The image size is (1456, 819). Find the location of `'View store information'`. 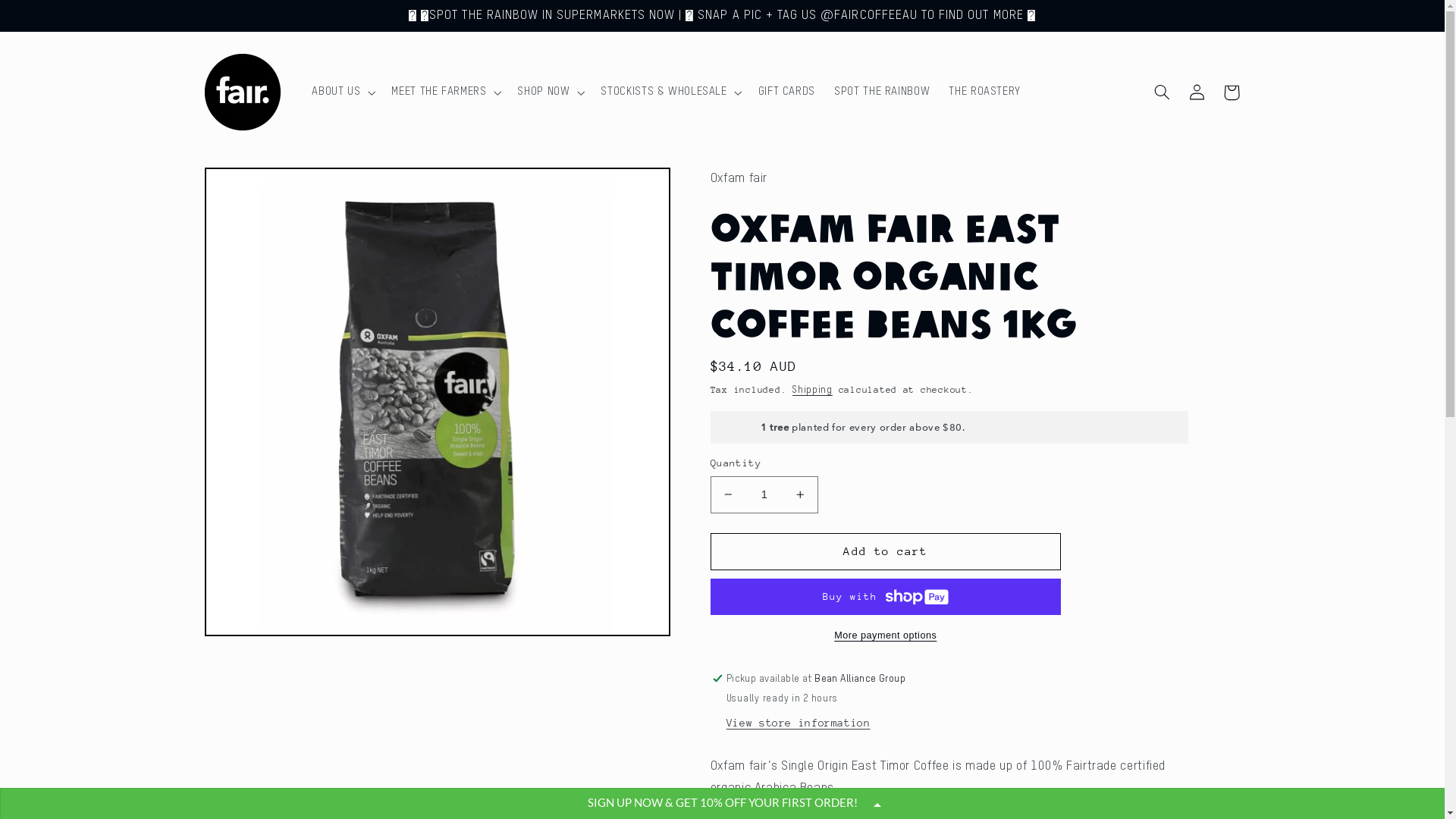

'View store information' is located at coordinates (726, 722).